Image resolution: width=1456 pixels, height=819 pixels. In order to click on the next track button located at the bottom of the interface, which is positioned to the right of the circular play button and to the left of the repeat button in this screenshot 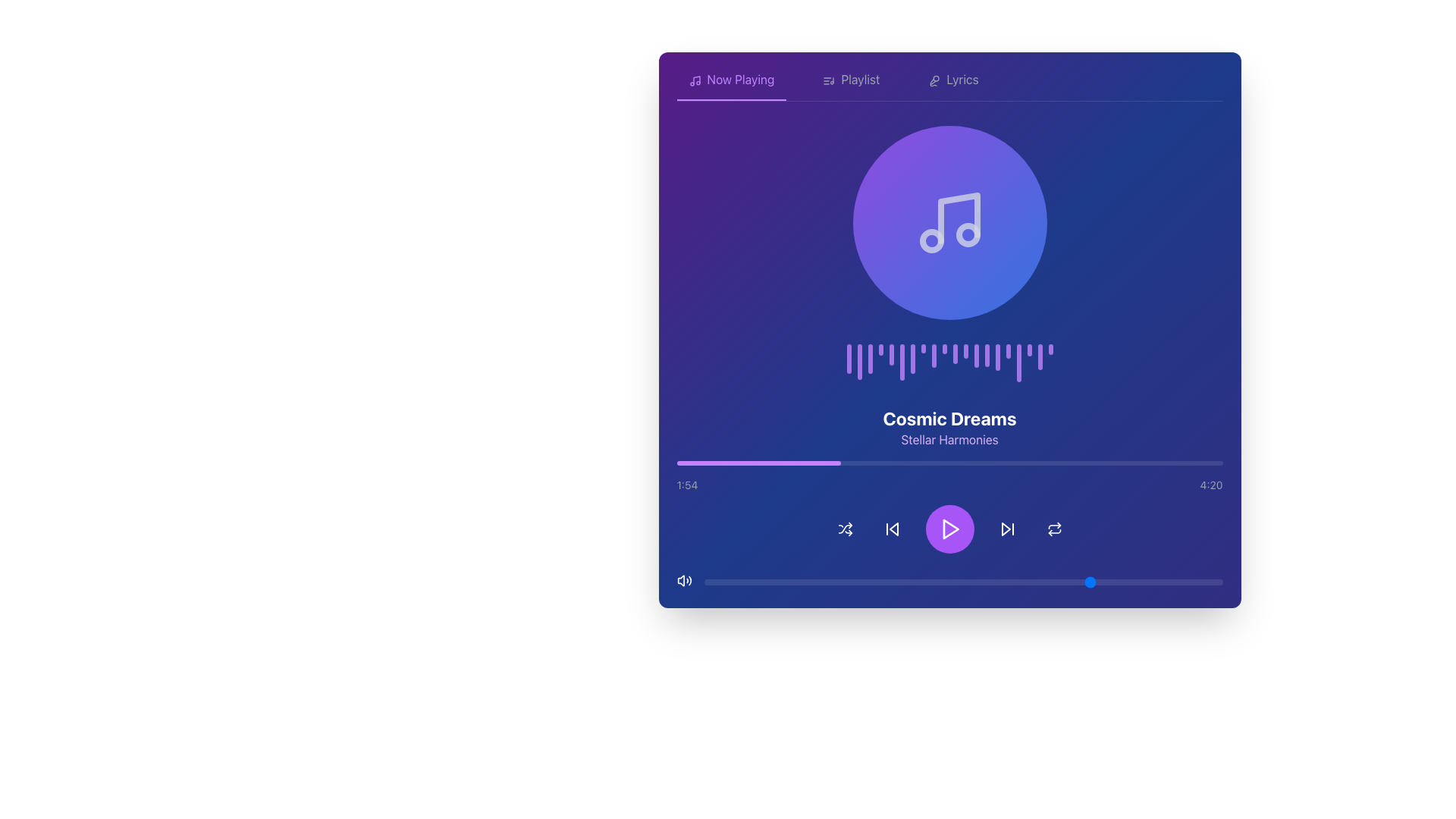, I will do `click(1007, 529)`.